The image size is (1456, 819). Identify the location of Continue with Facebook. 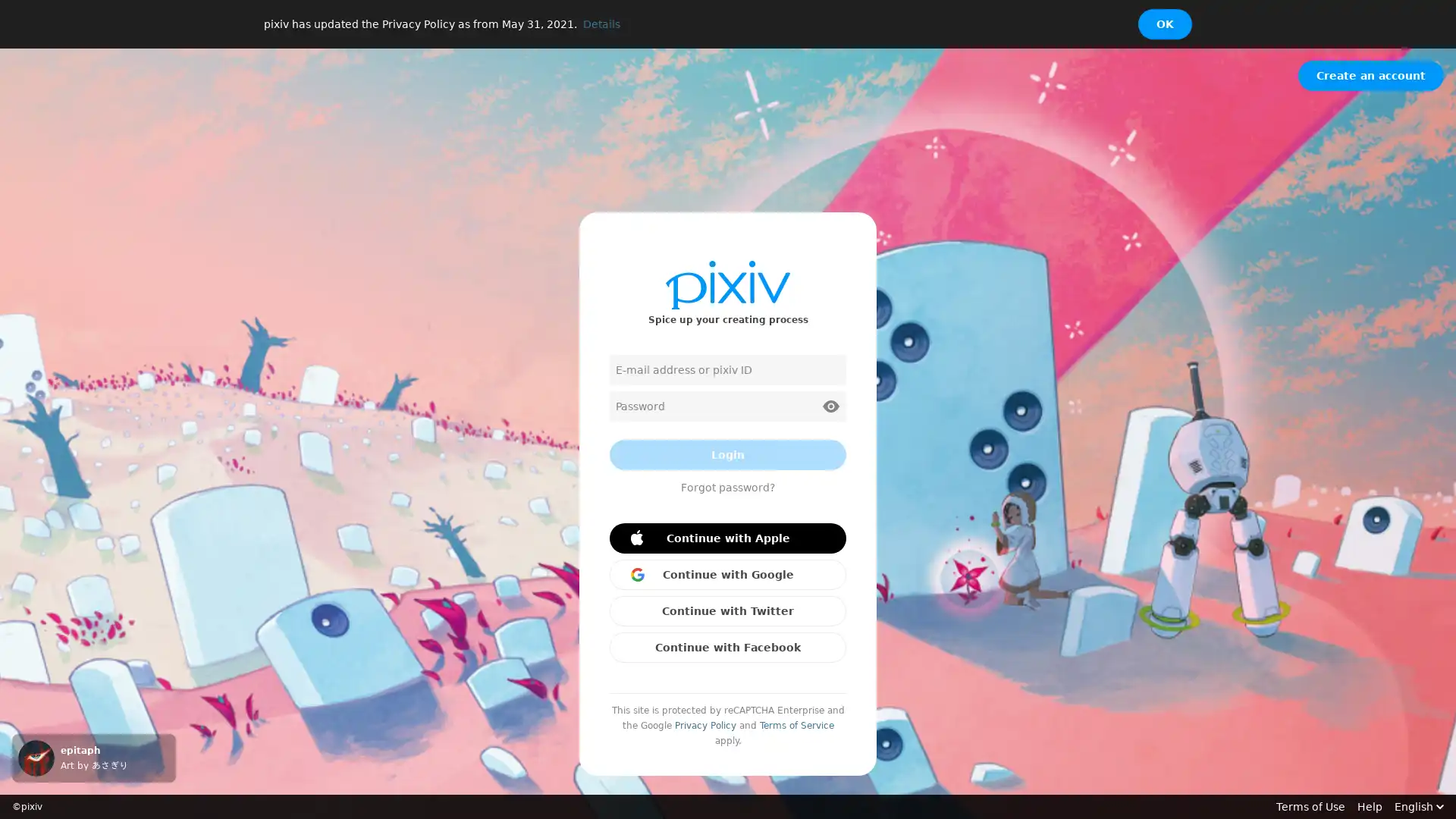
(728, 647).